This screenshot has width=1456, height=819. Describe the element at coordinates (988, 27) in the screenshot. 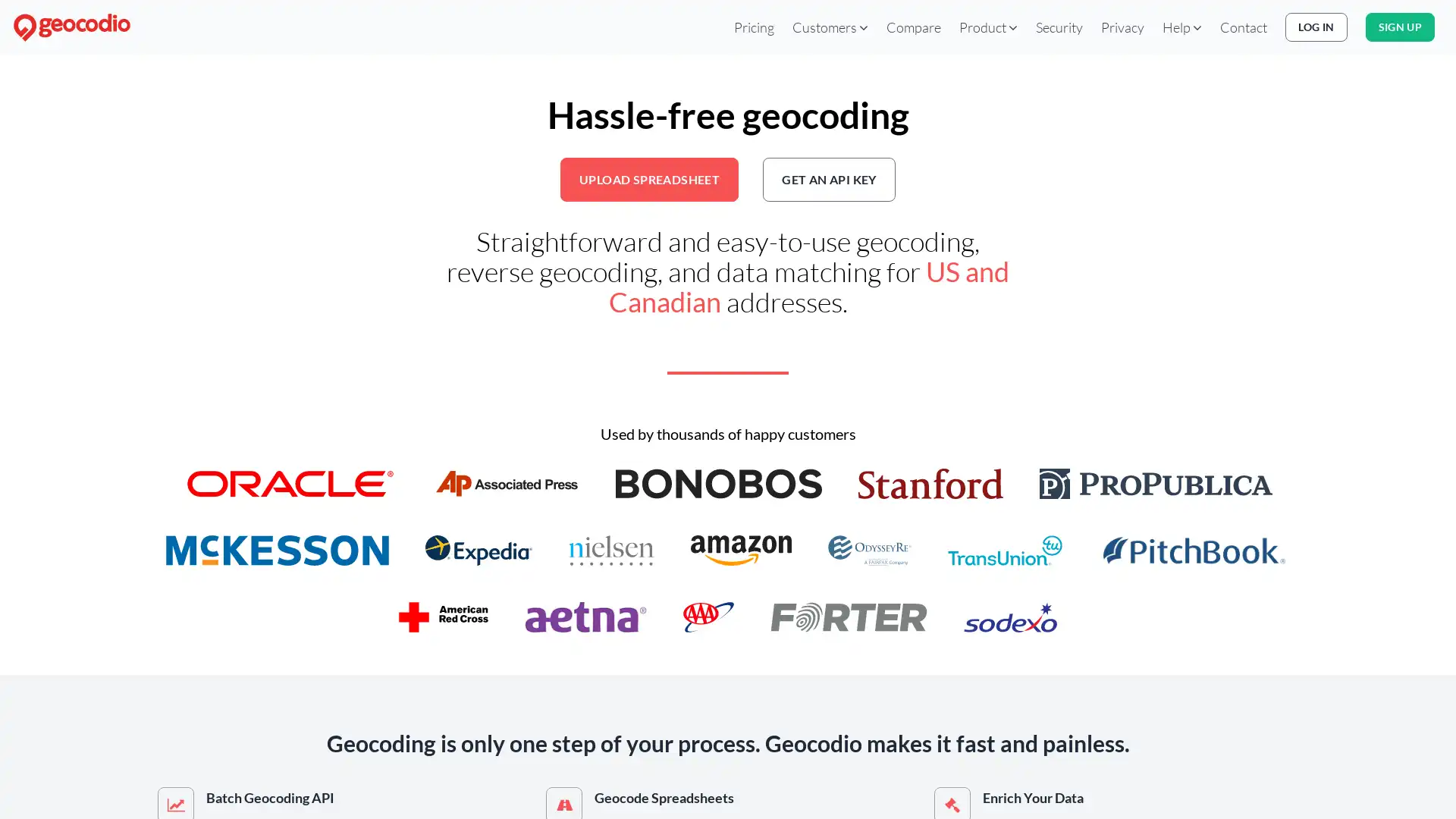

I see `Product` at that location.